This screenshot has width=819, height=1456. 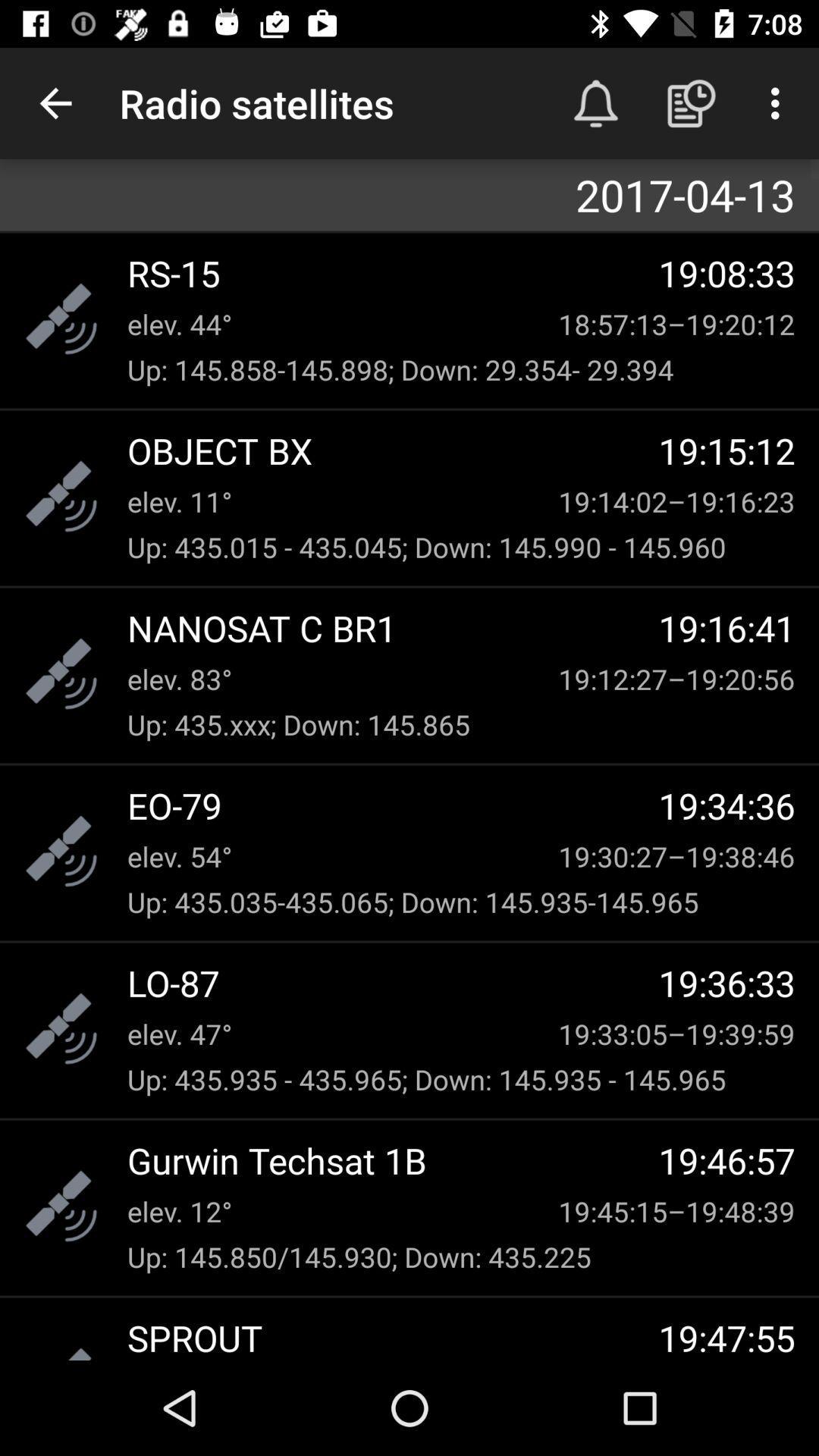 What do you see at coordinates (392, 1337) in the screenshot?
I see `icon next to 19:47:55 icon` at bounding box center [392, 1337].